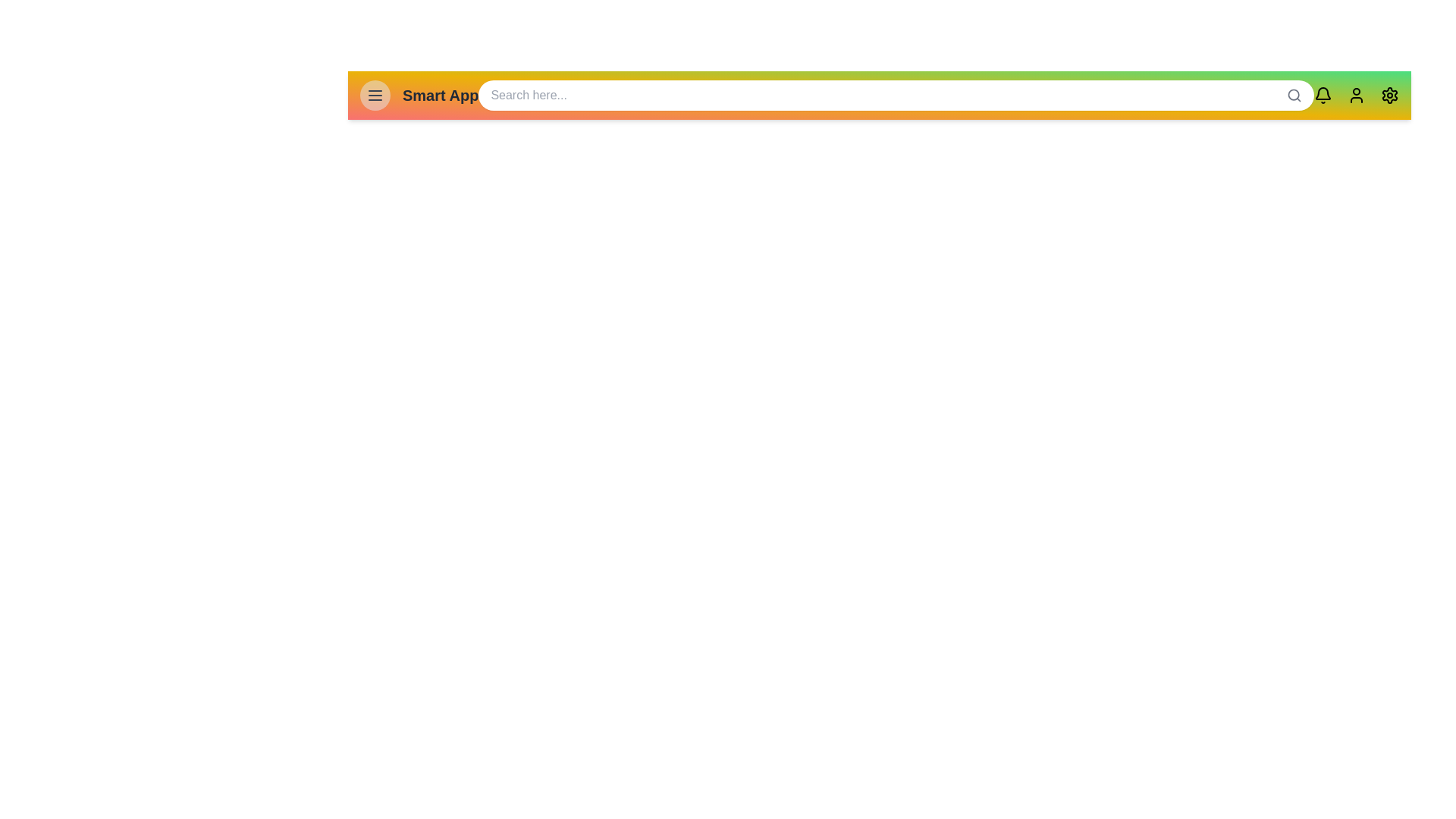  I want to click on the search icon to initiate a search, so click(1294, 96).